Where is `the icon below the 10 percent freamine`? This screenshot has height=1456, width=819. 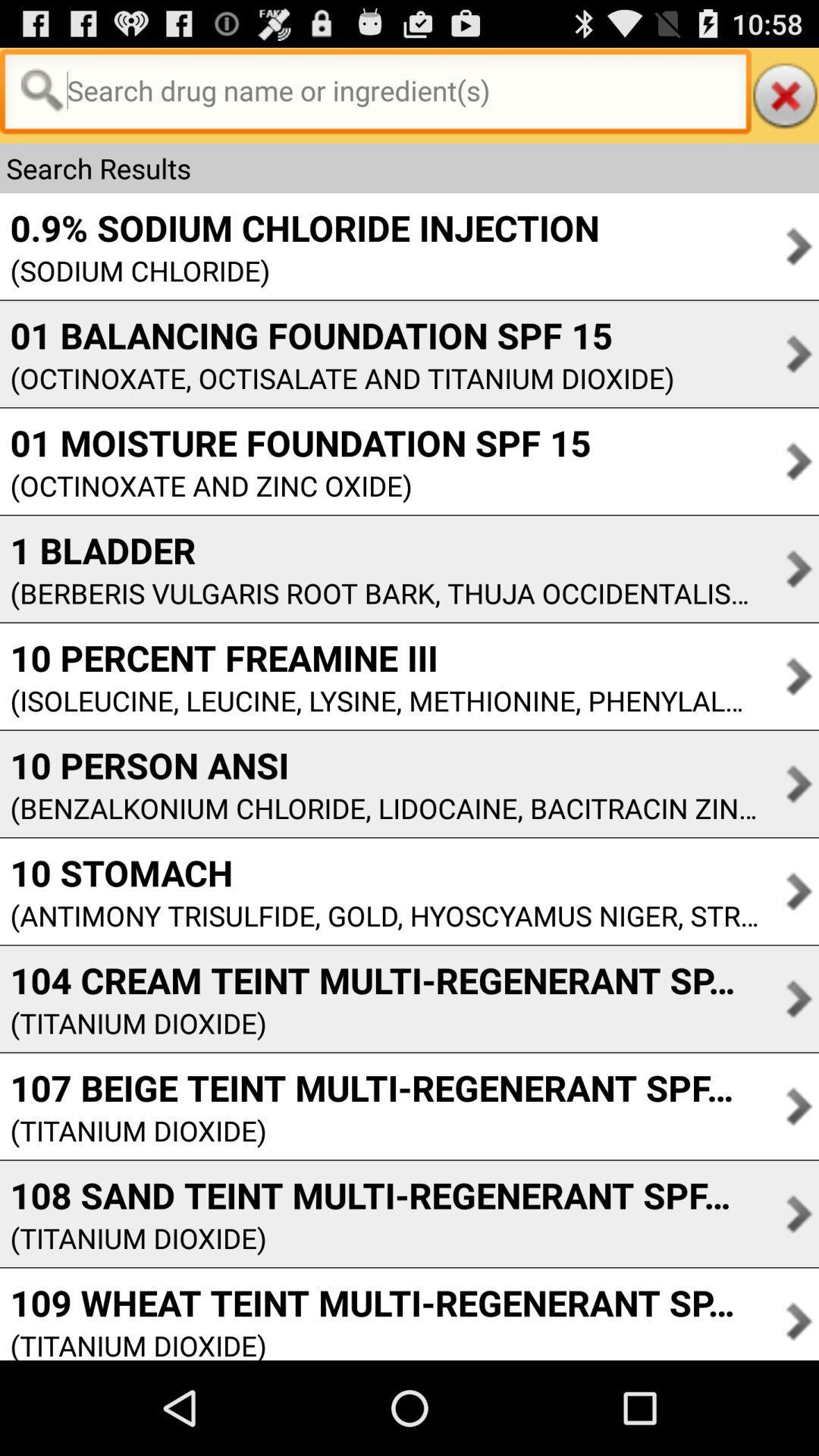 the icon below the 10 percent freamine is located at coordinates (378, 700).